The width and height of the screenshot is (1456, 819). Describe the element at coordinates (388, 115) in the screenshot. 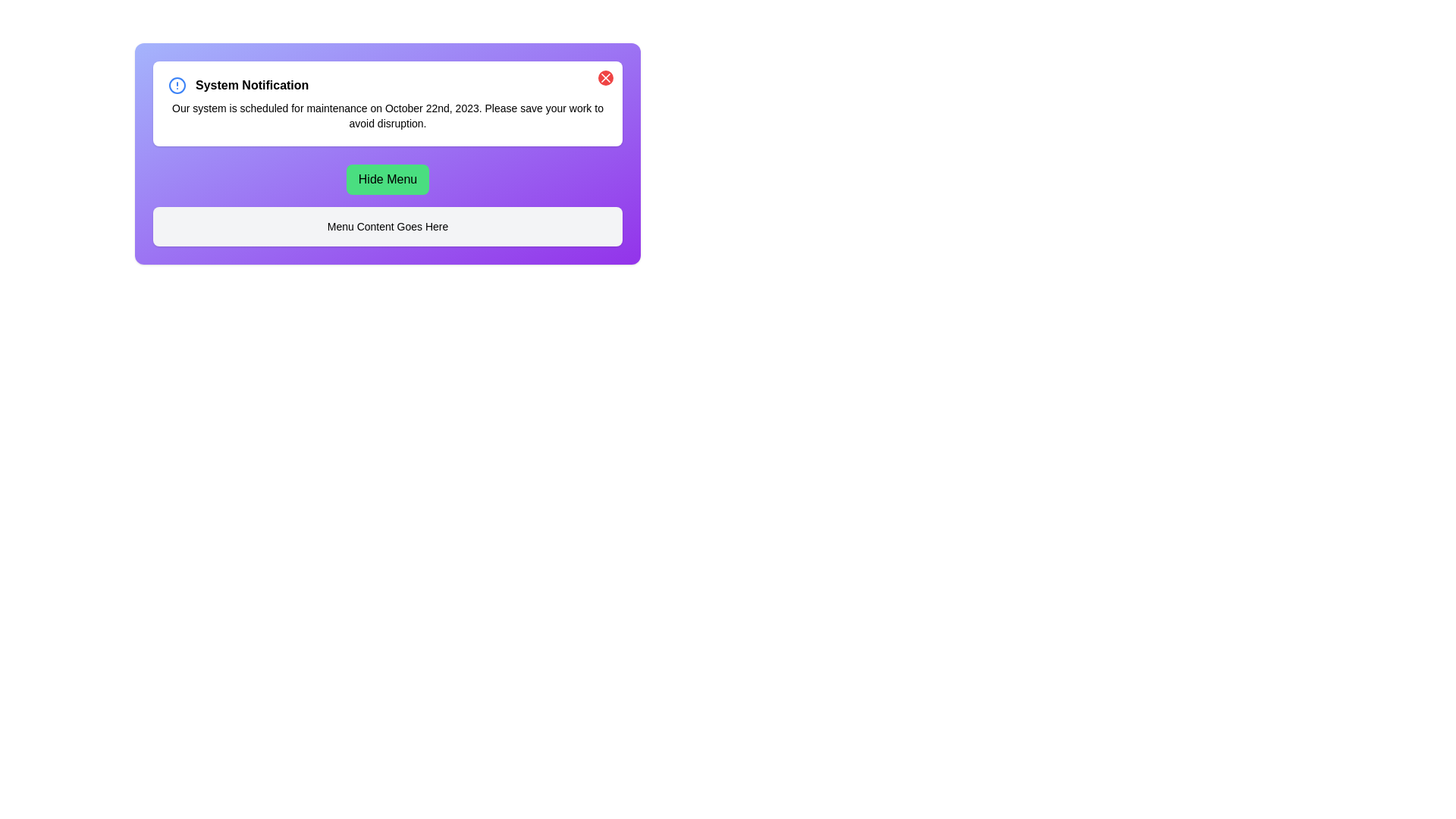

I see `the text area of the notification to enable text selection` at that location.